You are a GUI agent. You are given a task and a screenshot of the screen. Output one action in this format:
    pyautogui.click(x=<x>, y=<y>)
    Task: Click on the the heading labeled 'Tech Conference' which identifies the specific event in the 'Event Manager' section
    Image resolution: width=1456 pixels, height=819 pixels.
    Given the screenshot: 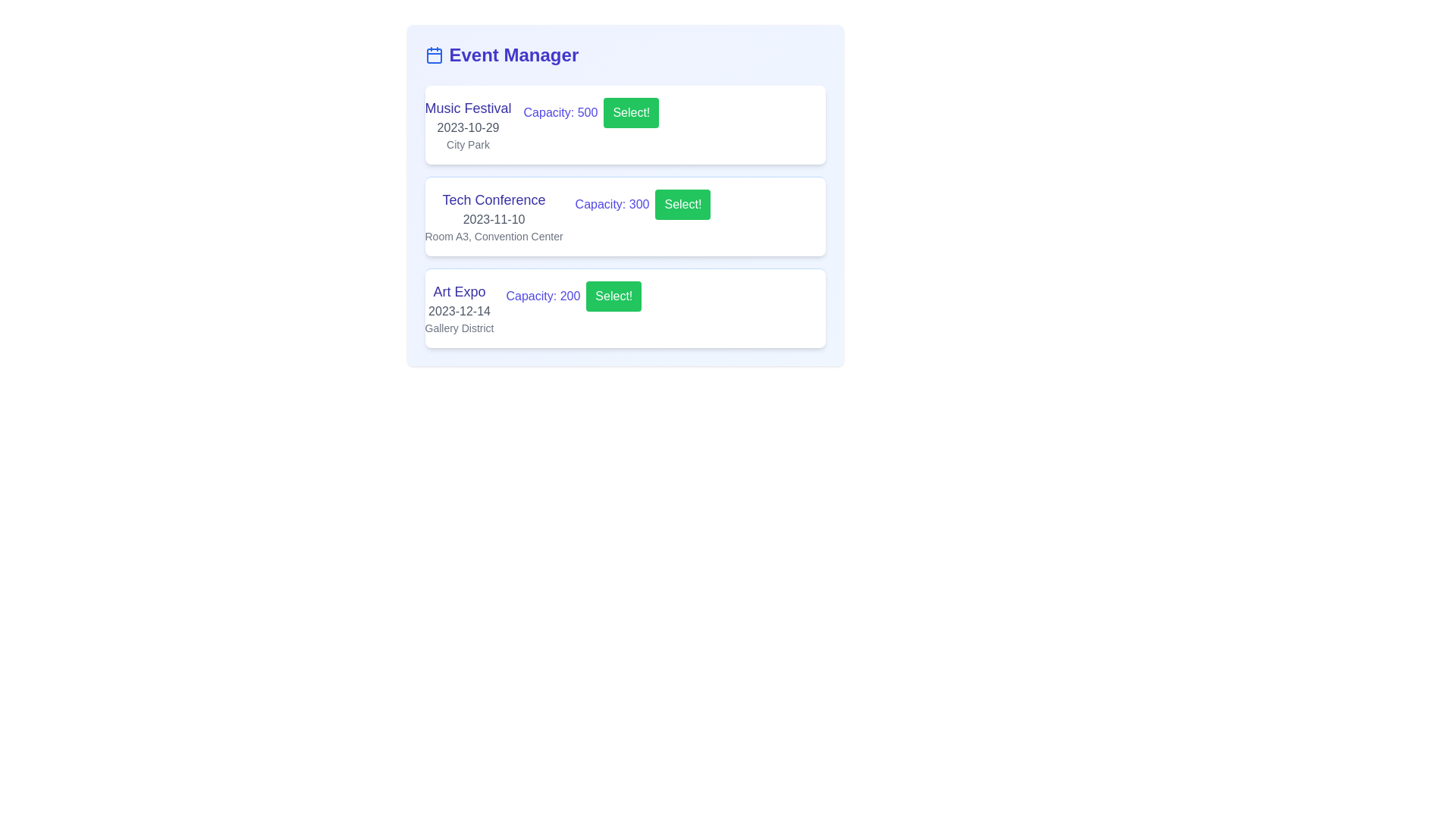 What is the action you would take?
    pyautogui.click(x=494, y=199)
    